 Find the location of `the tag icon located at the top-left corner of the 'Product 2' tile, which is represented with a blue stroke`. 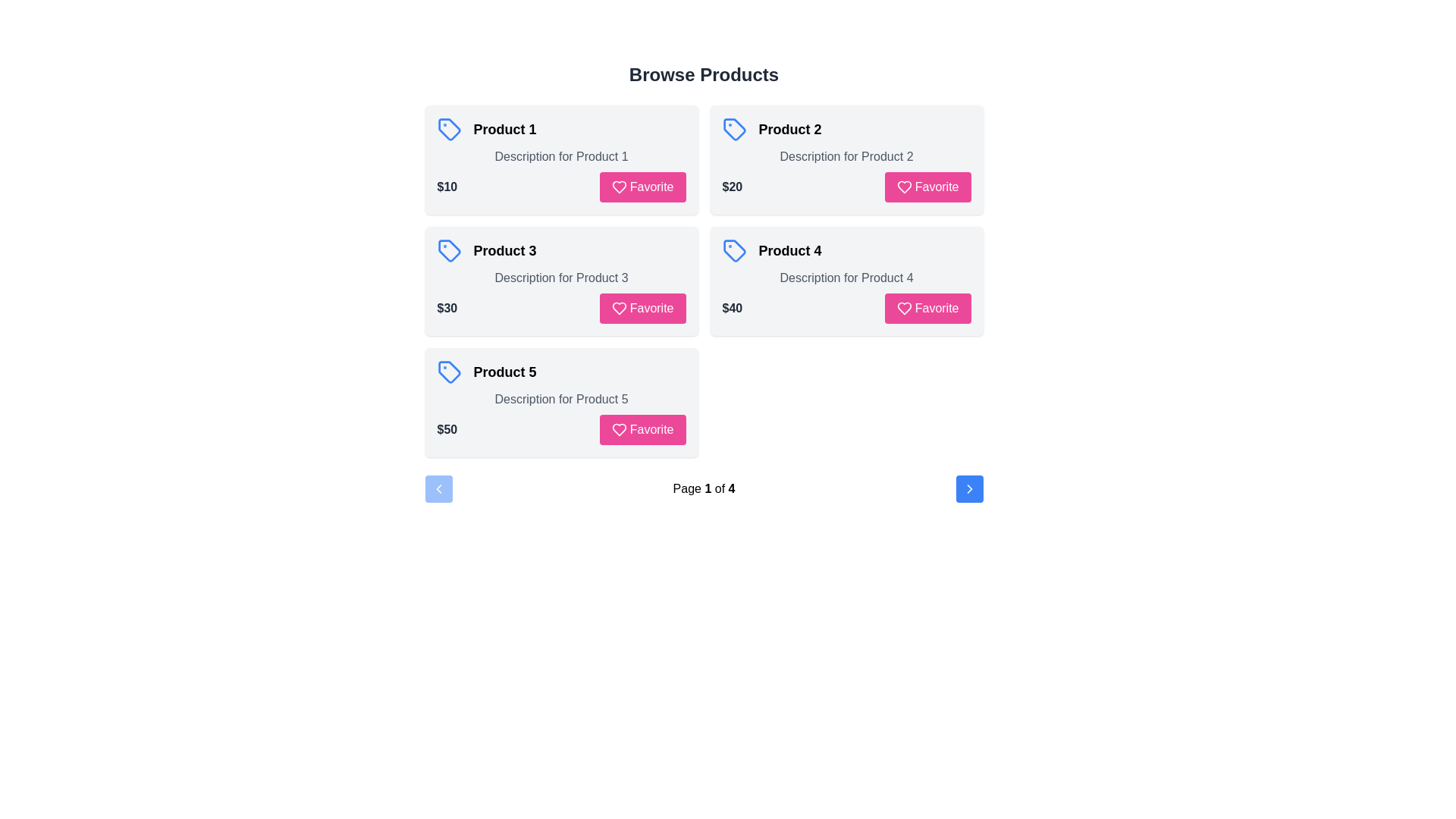

the tag icon located at the top-left corner of the 'Product 2' tile, which is represented with a blue stroke is located at coordinates (734, 128).